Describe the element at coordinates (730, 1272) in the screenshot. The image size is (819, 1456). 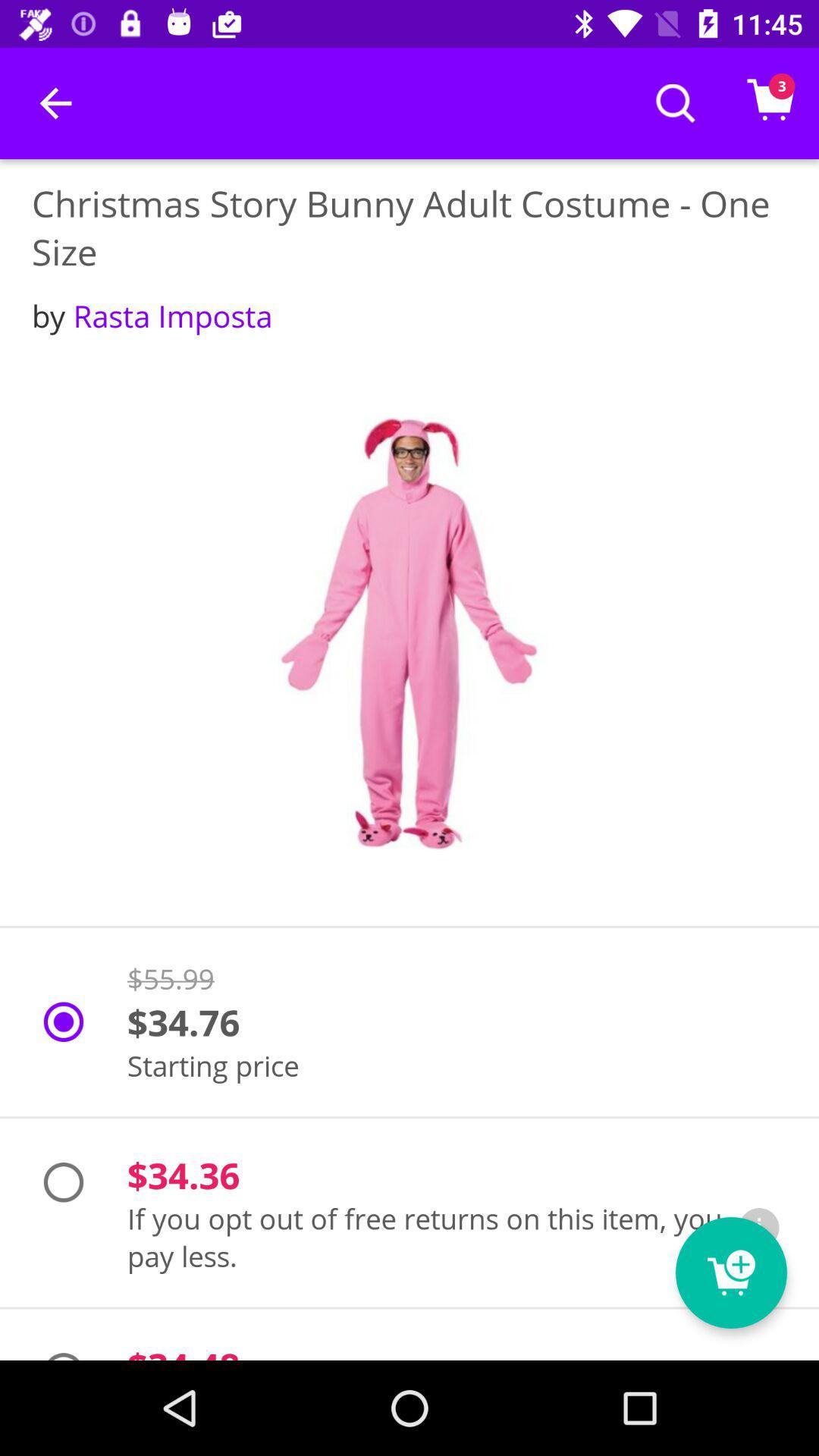
I see `to cart` at that location.